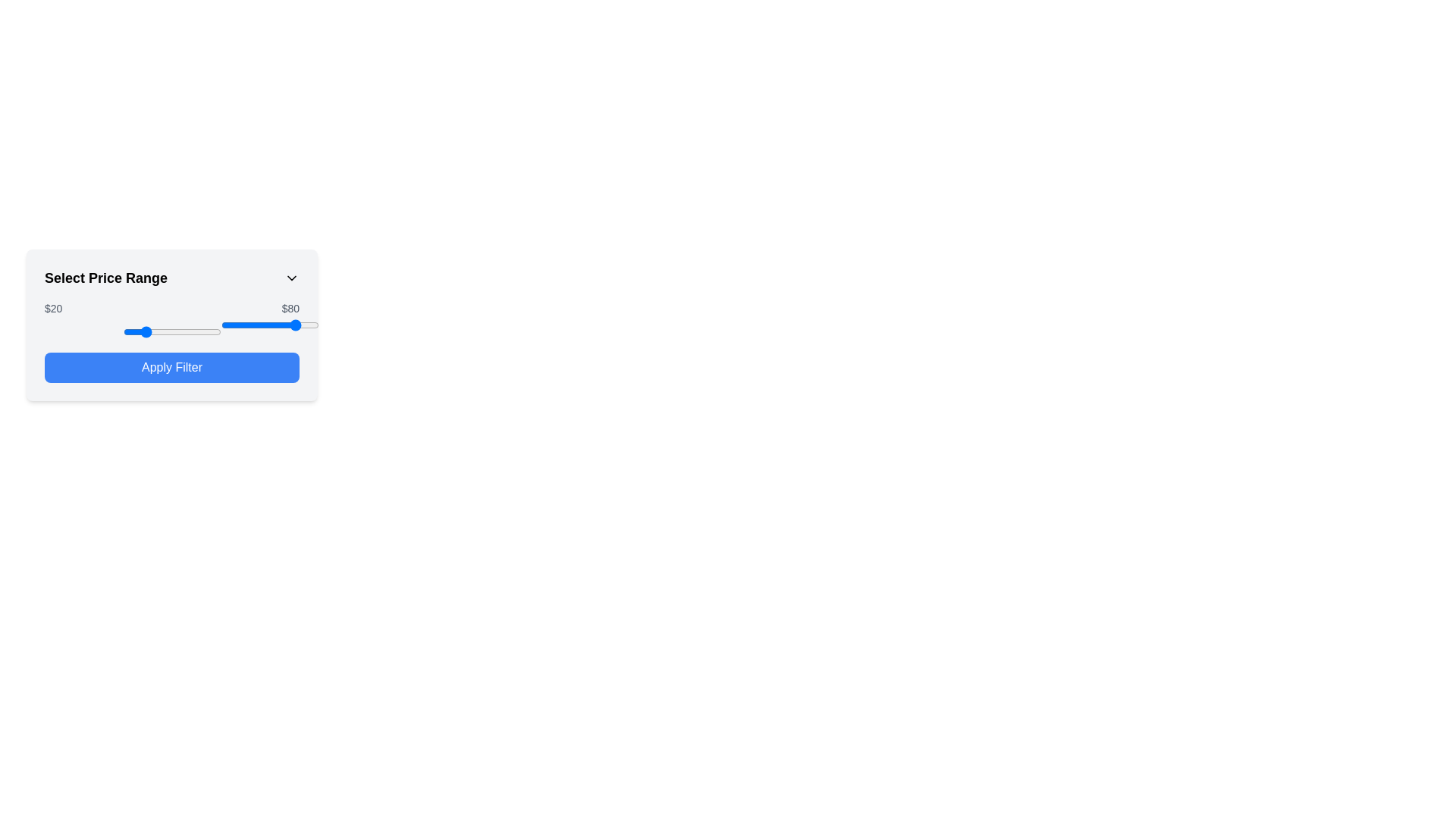 The image size is (1456, 819). I want to click on the slider value, so click(166, 331).